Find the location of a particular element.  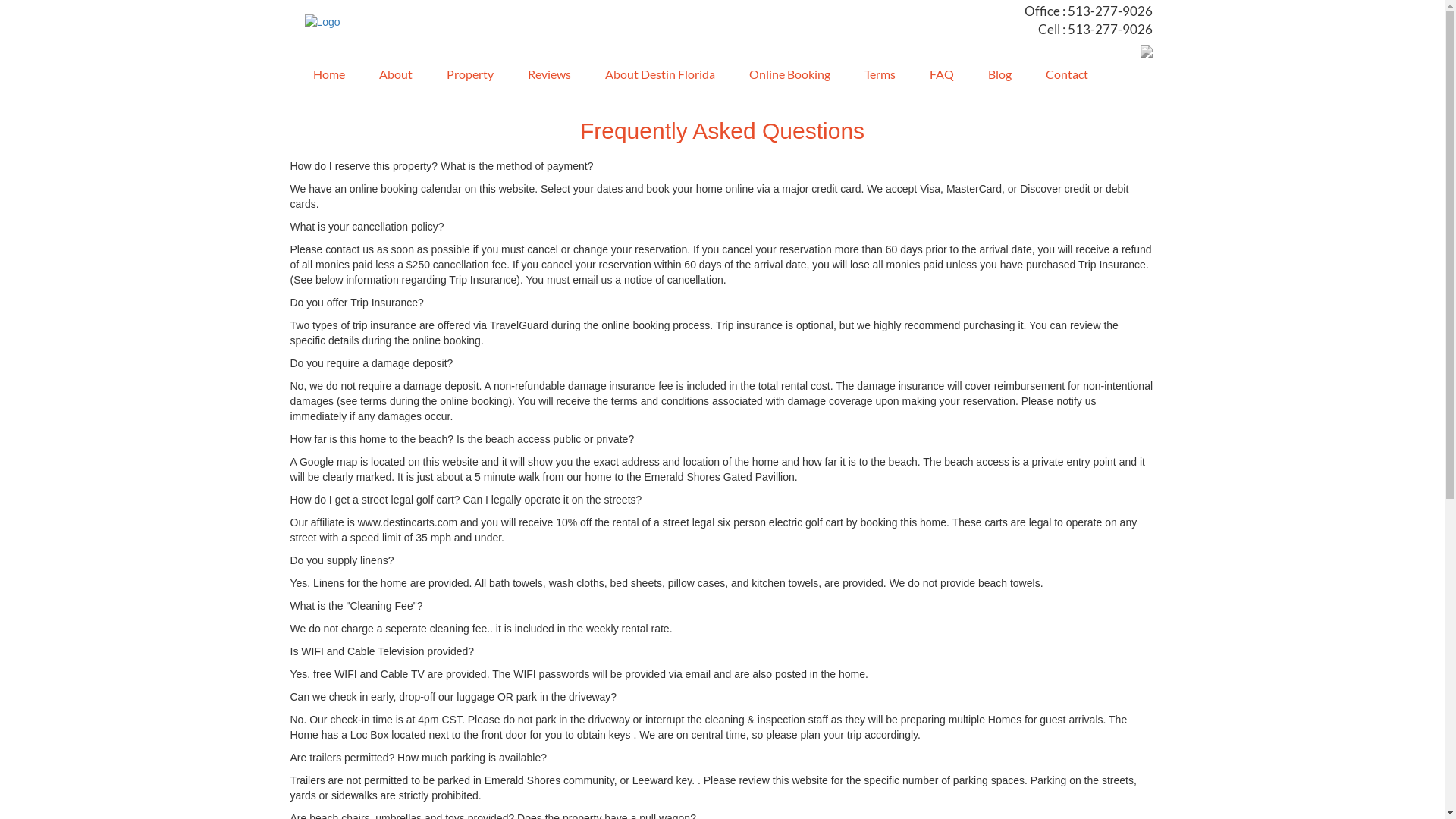

'Terms' is located at coordinates (874, 76).